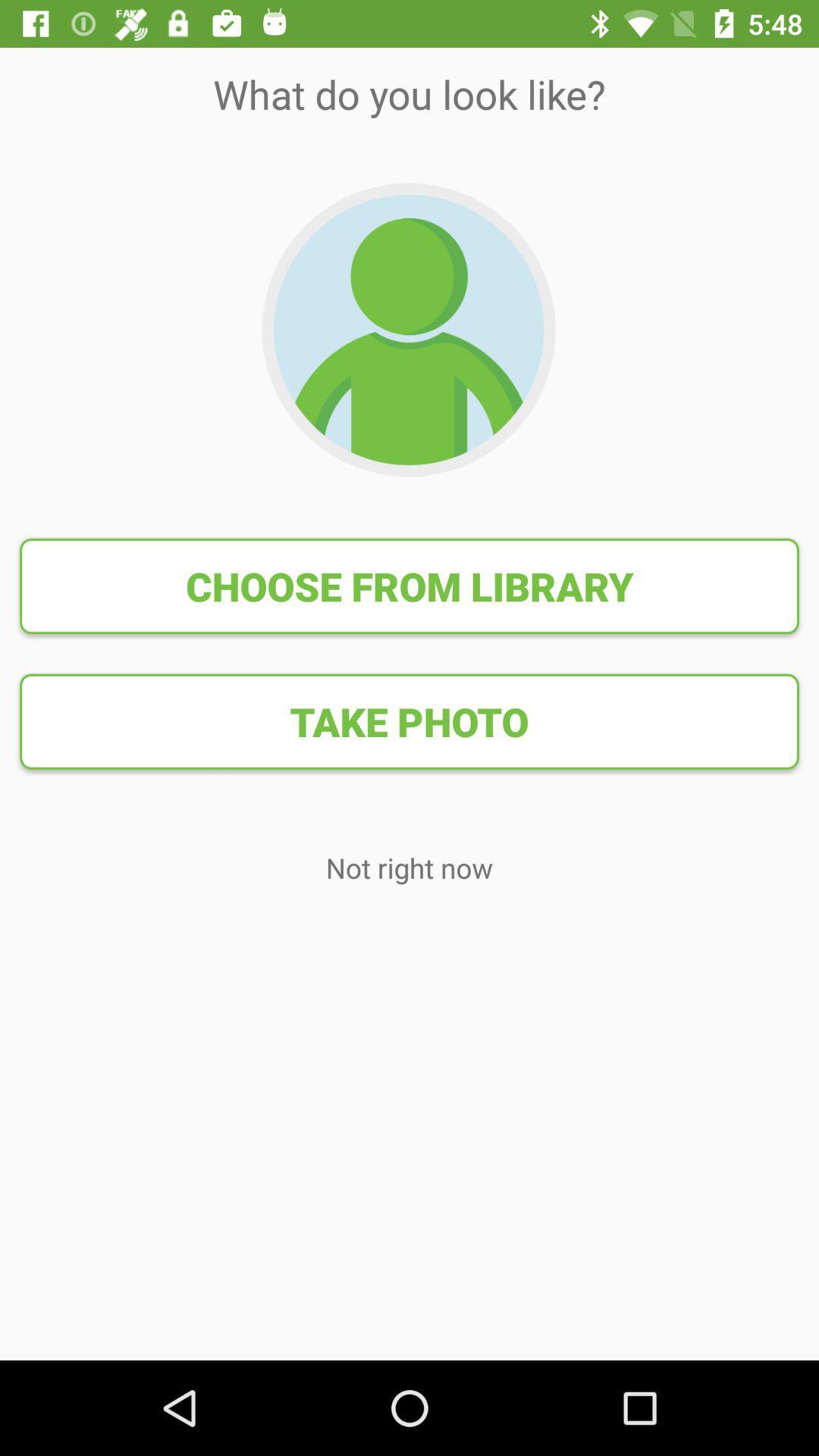 The width and height of the screenshot is (819, 1456). I want to click on item below choose from library icon, so click(409, 720).